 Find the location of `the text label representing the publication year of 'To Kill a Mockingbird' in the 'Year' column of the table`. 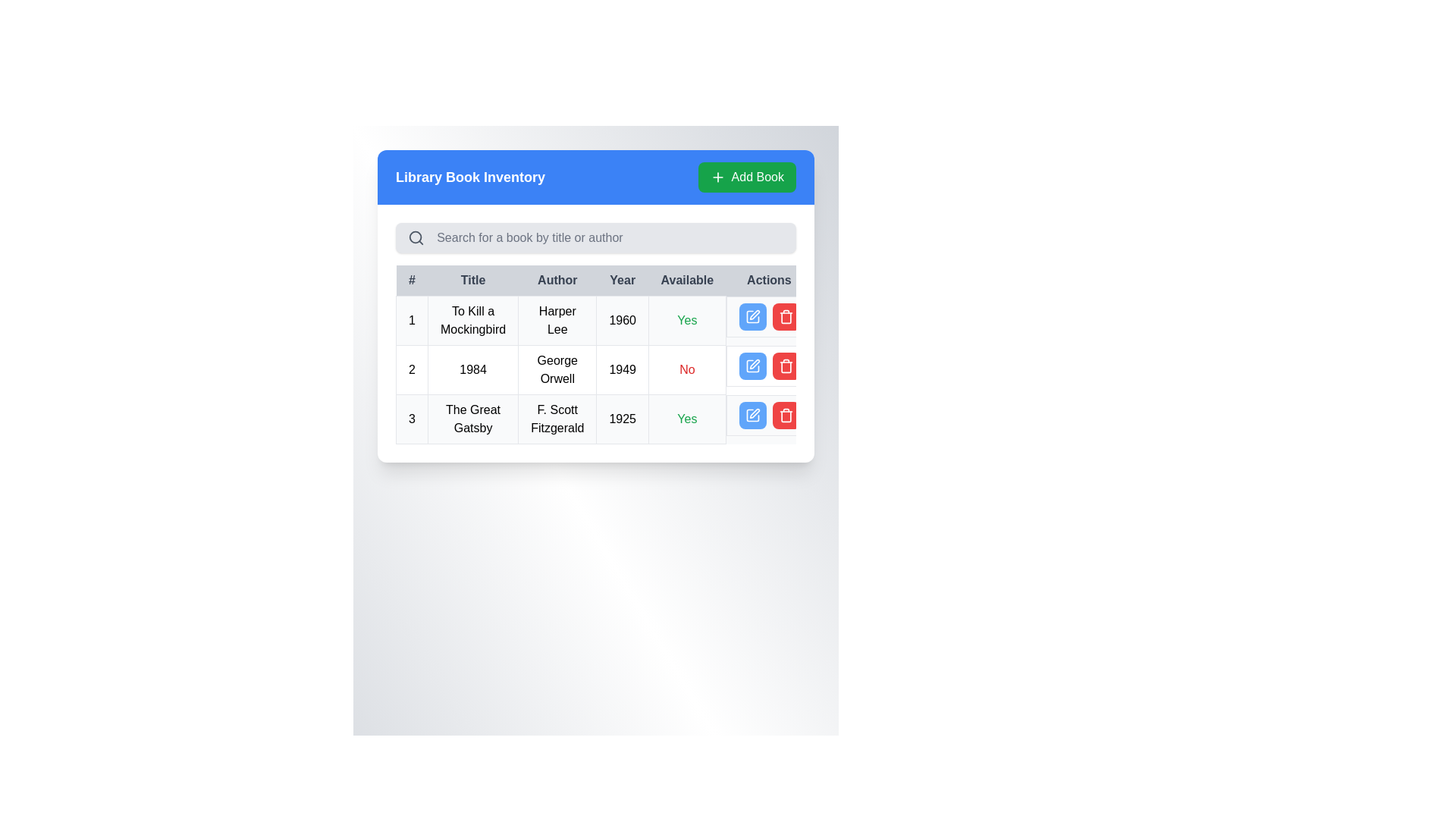

the text label representing the publication year of 'To Kill a Mockingbird' in the 'Year' column of the table is located at coordinates (623, 320).